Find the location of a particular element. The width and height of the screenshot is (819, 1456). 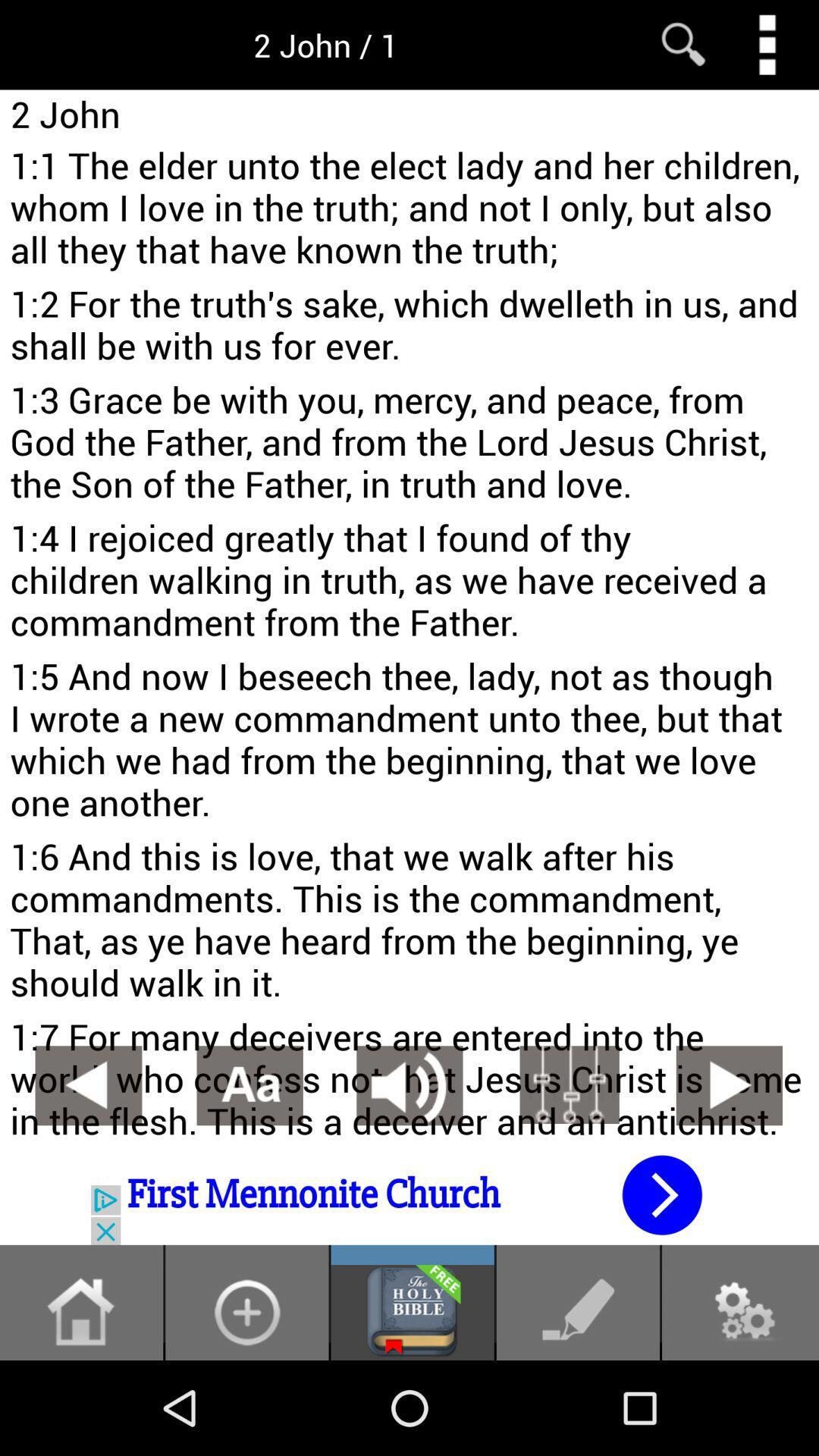

the search icon is located at coordinates (683, 48).